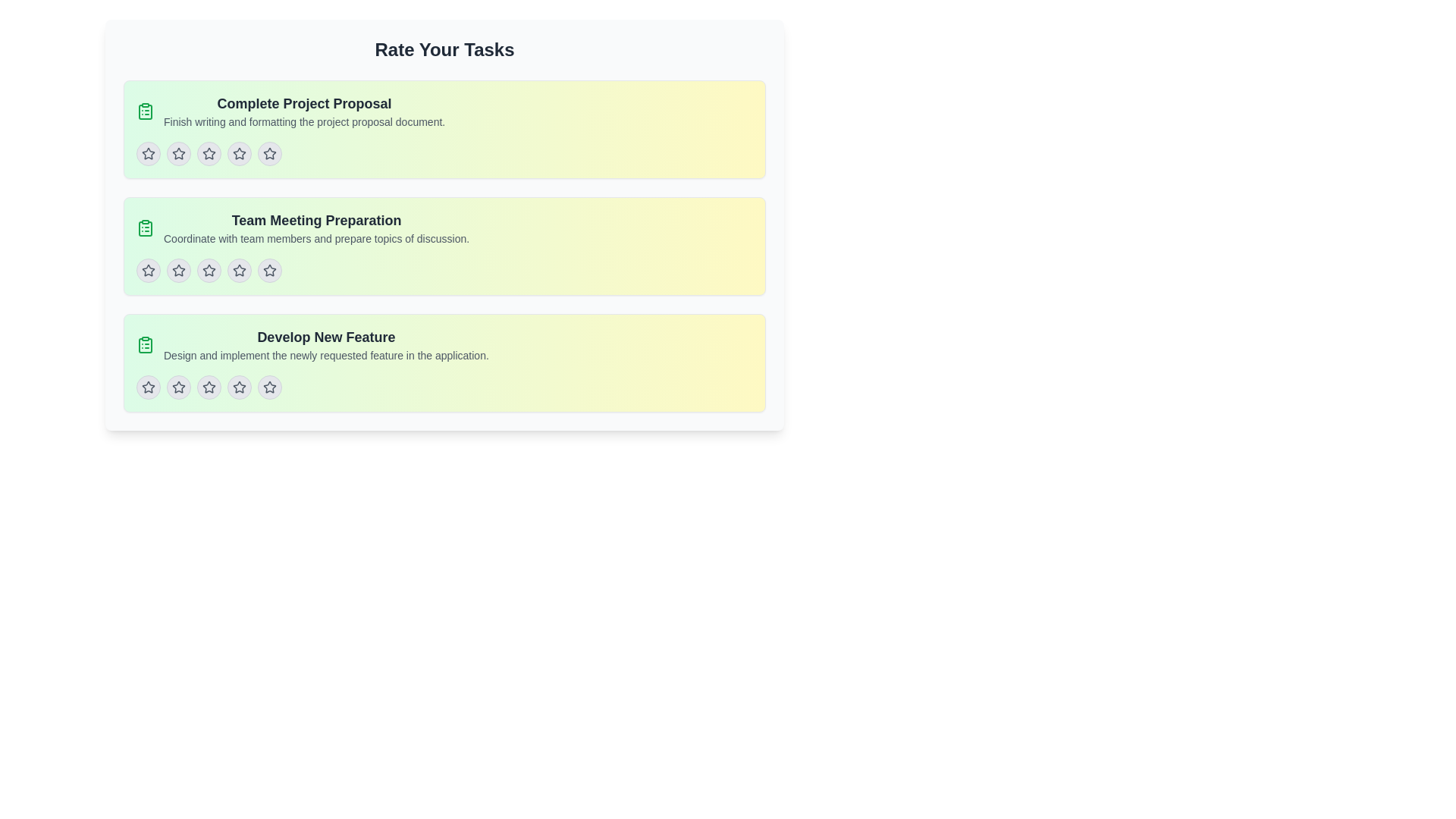 The image size is (1456, 819). Describe the element at coordinates (149, 270) in the screenshot. I see `the leftmost star icon in the rating row of the 'Team Meeting Preparation' section` at that location.